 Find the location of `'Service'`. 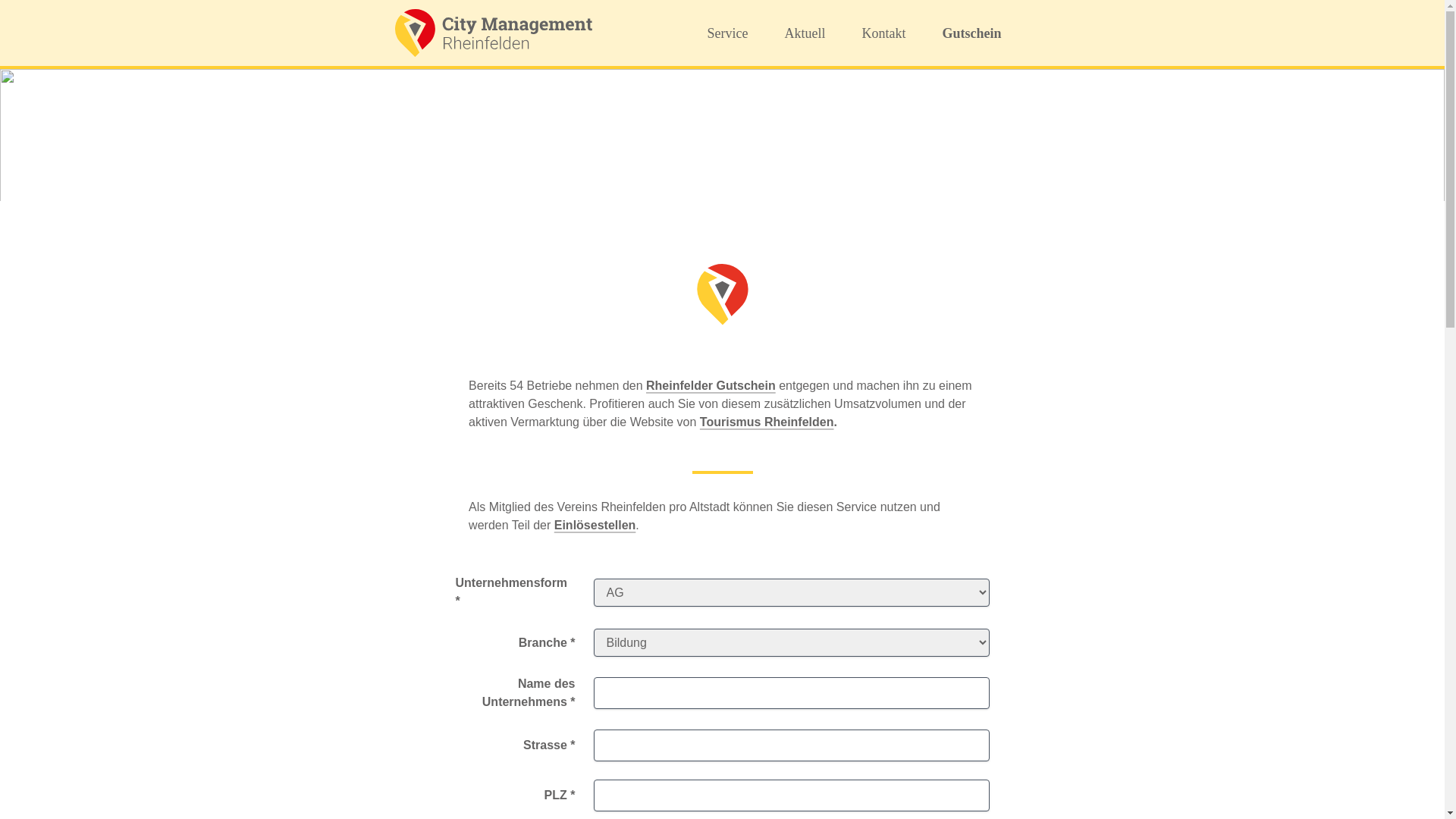

'Service' is located at coordinates (726, 33).